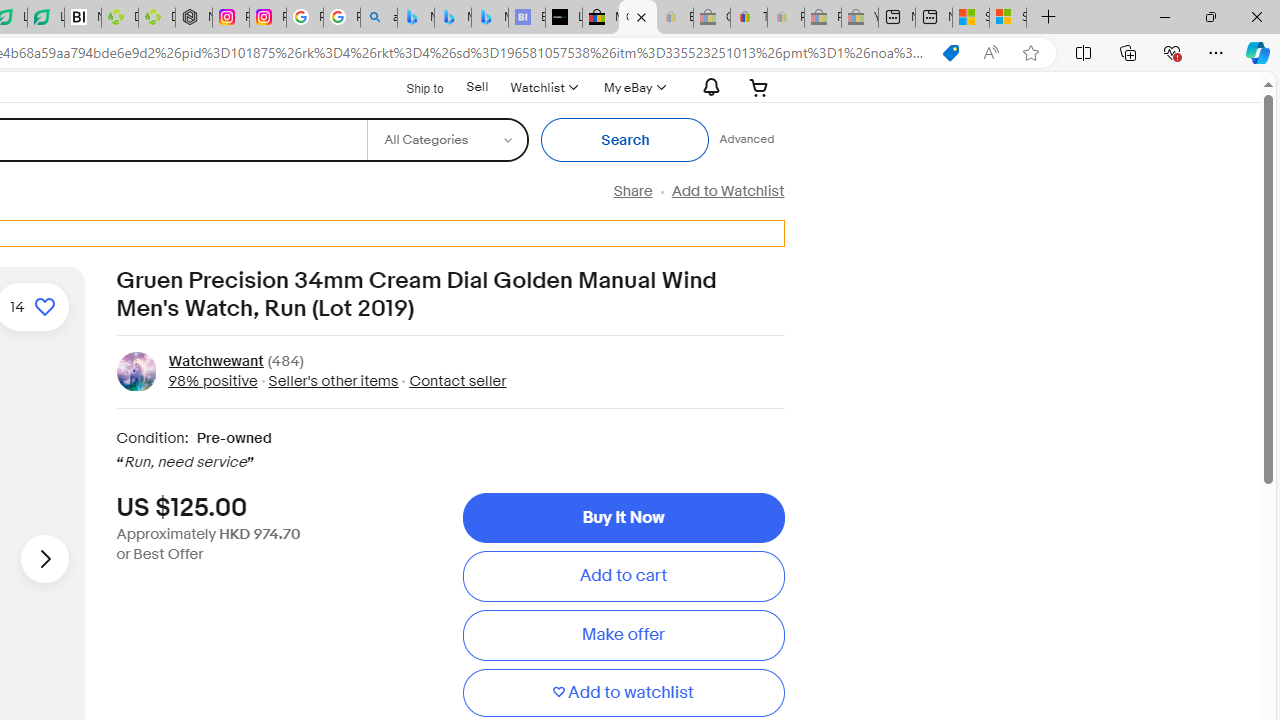 The width and height of the screenshot is (1280, 720). I want to click on 'Sell', so click(476, 86).